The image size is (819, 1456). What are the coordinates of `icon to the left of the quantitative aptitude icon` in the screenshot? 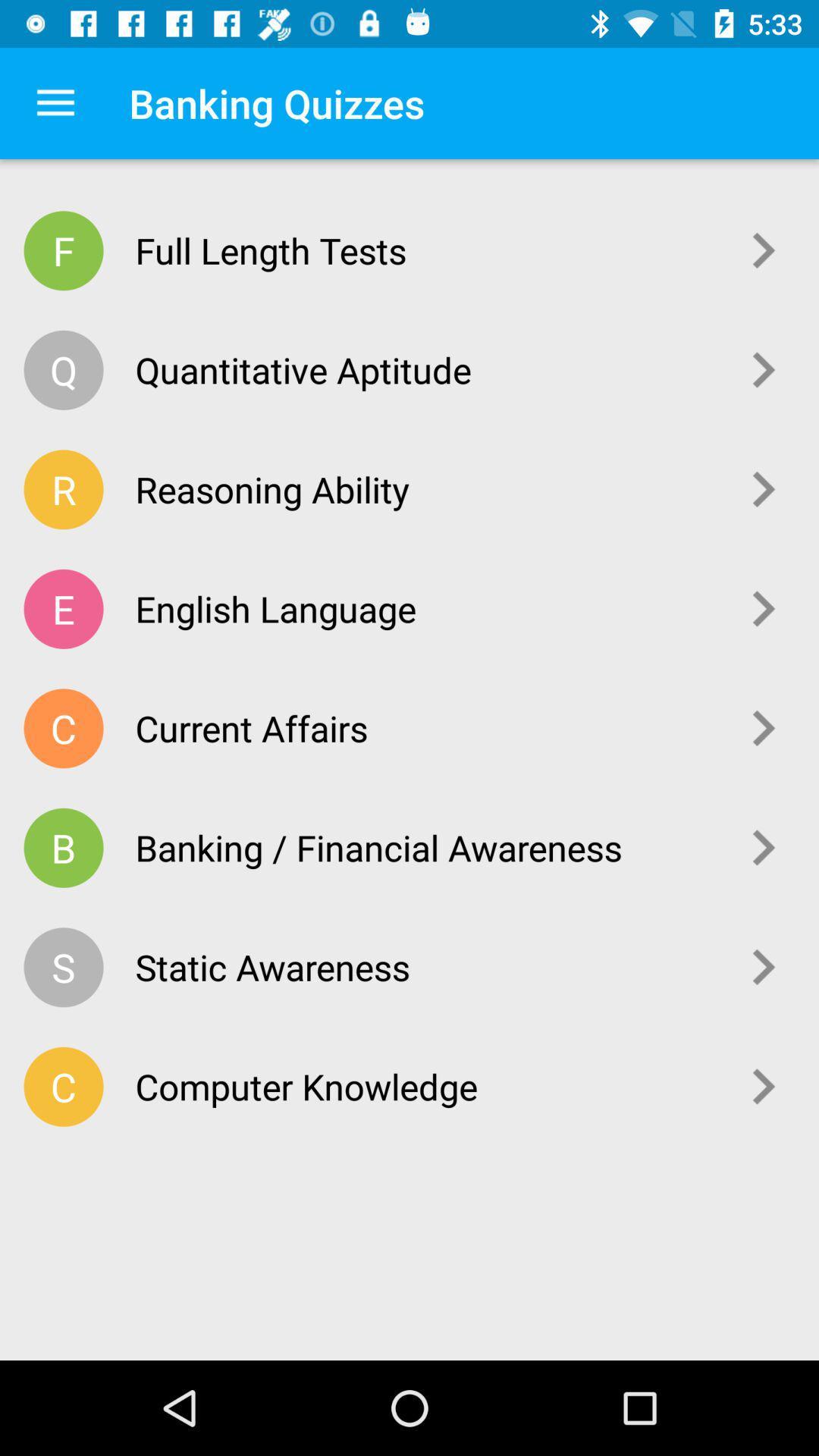 It's located at (63, 370).